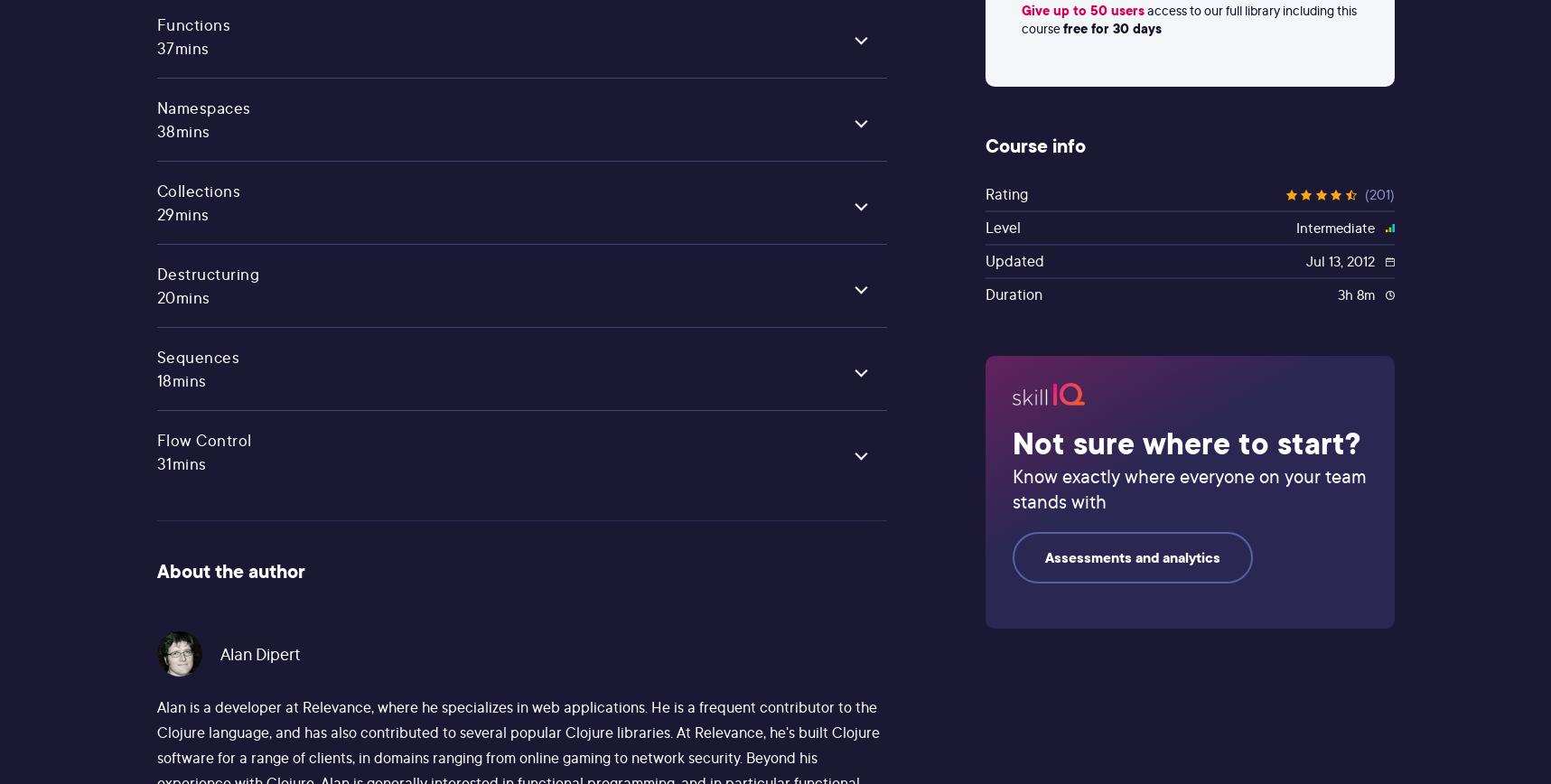 This screenshot has width=1551, height=784. Describe the element at coordinates (1132, 556) in the screenshot. I see `'Assessments and analytics'` at that location.